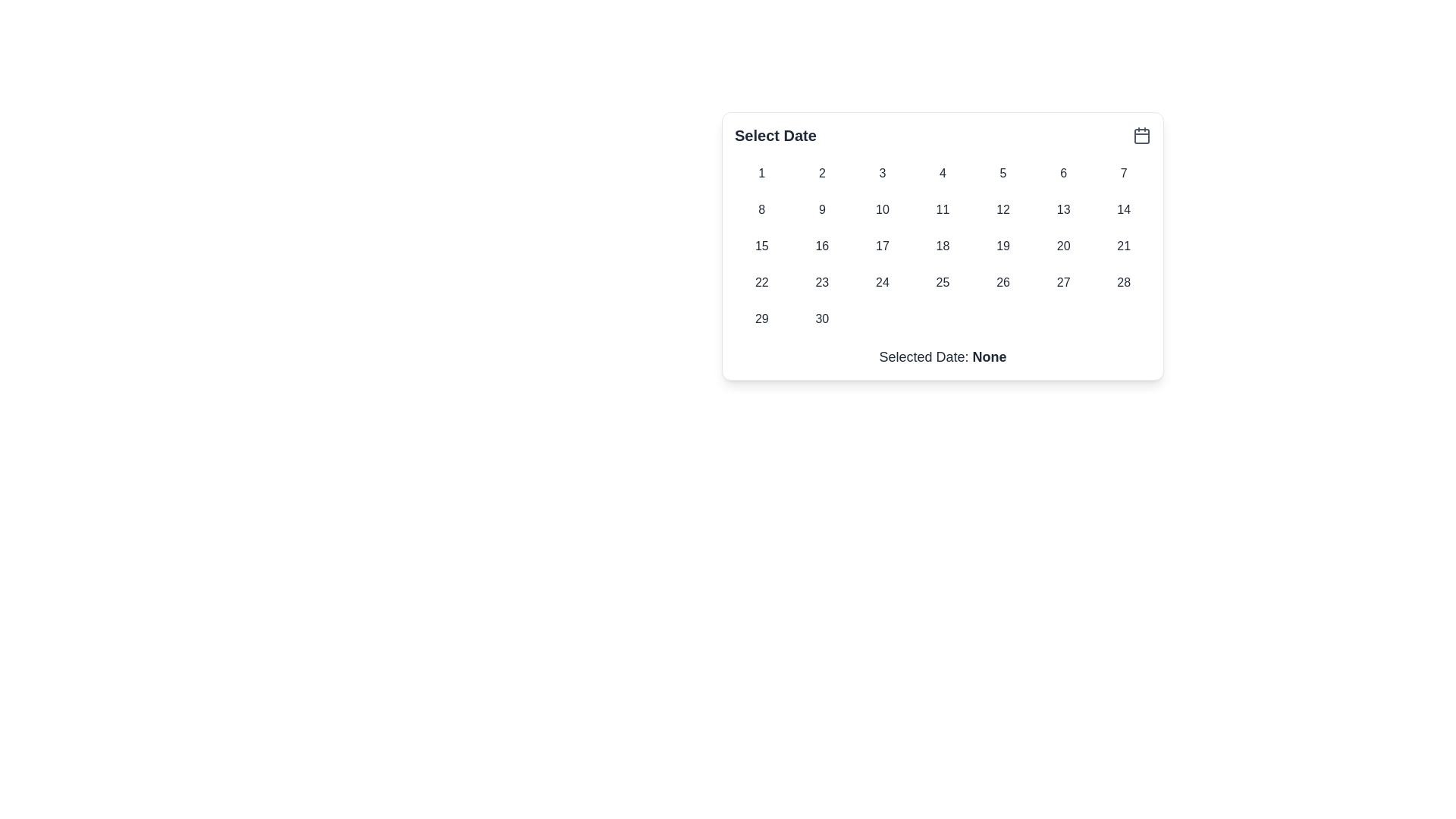  What do you see at coordinates (882, 283) in the screenshot?
I see `the square tile button with a white background and the black numeral '24'` at bounding box center [882, 283].